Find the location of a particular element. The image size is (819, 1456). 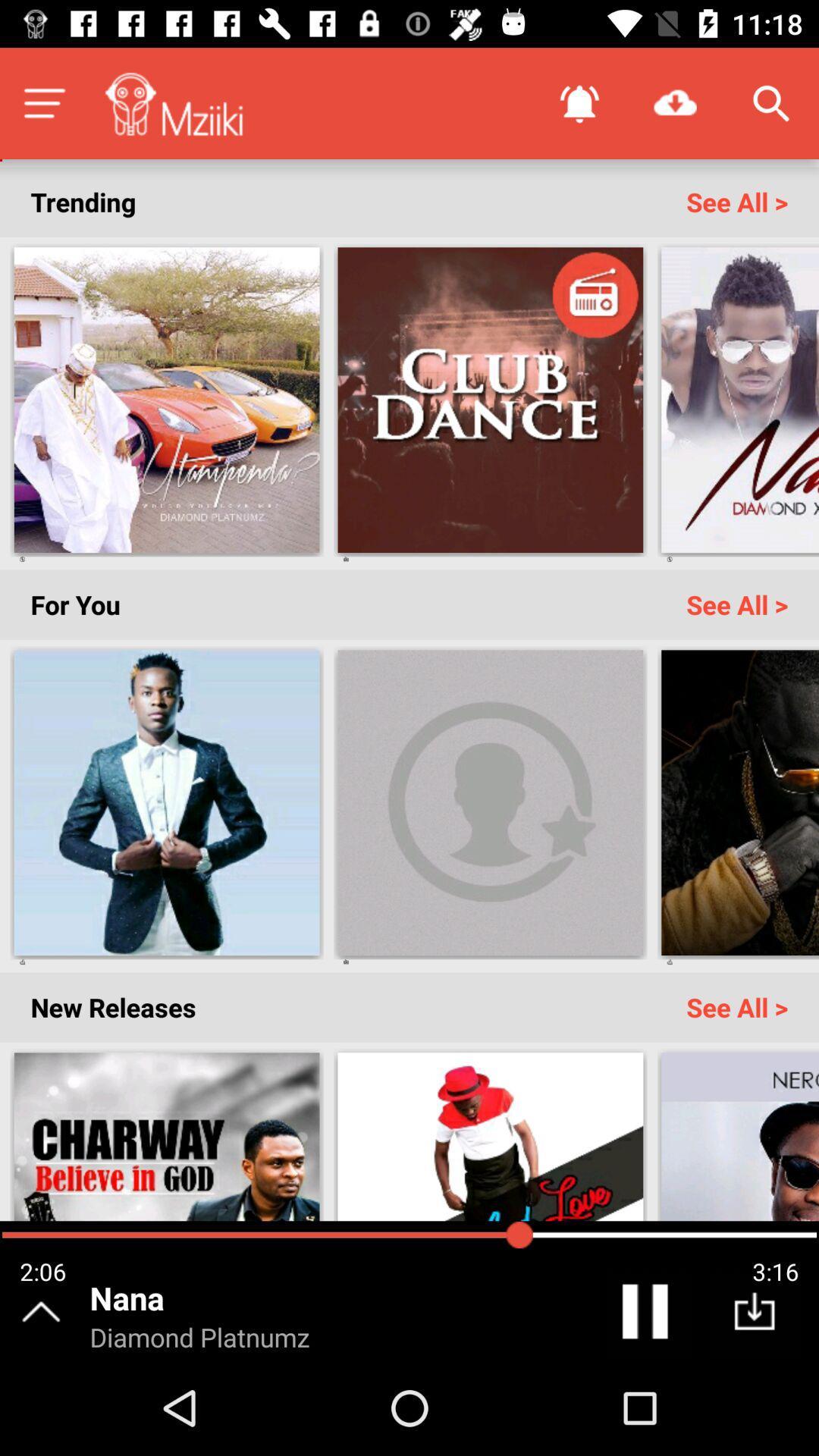

menu is located at coordinates (43, 102).